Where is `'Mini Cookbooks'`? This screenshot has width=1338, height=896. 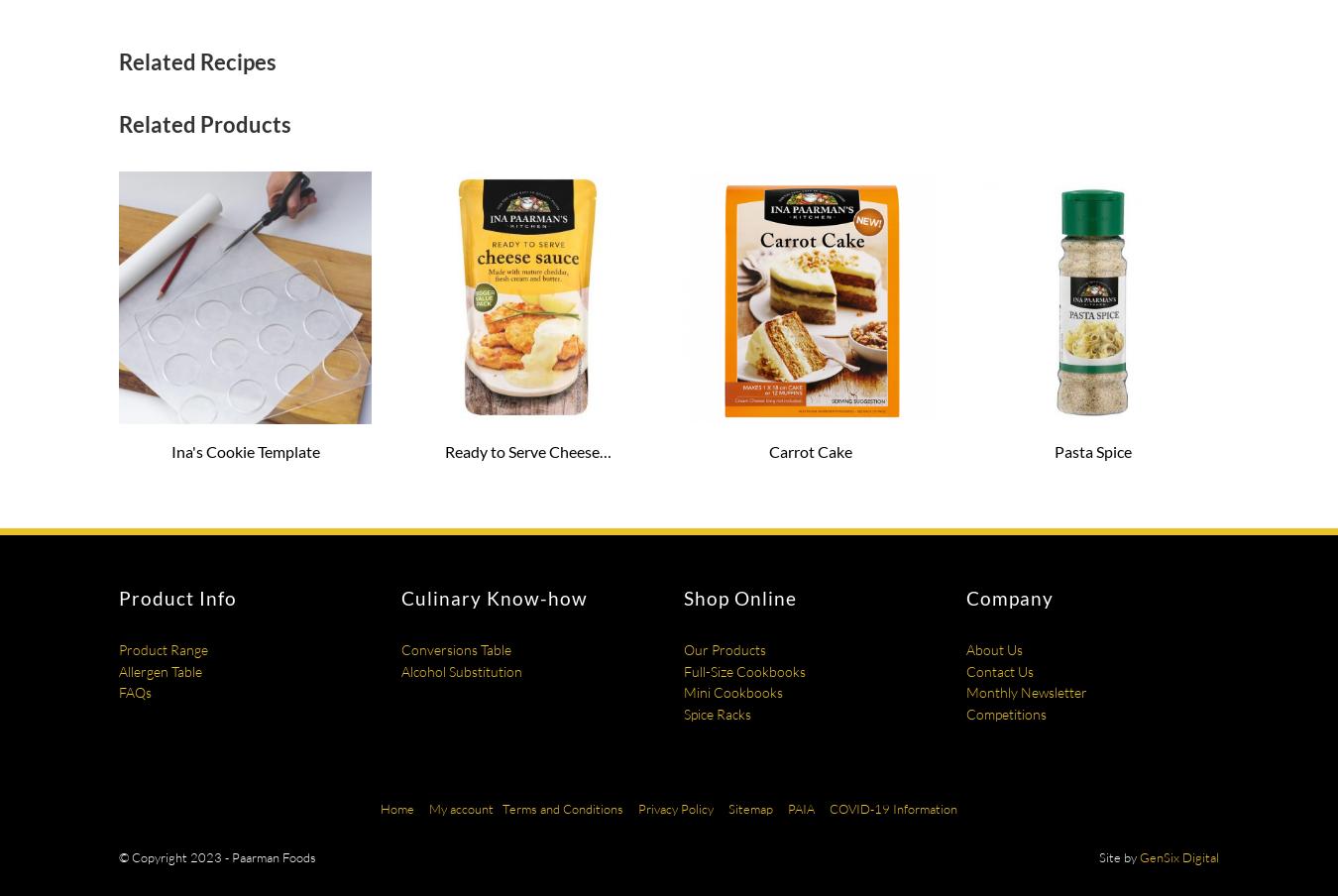
'Mini Cookbooks' is located at coordinates (731, 691).